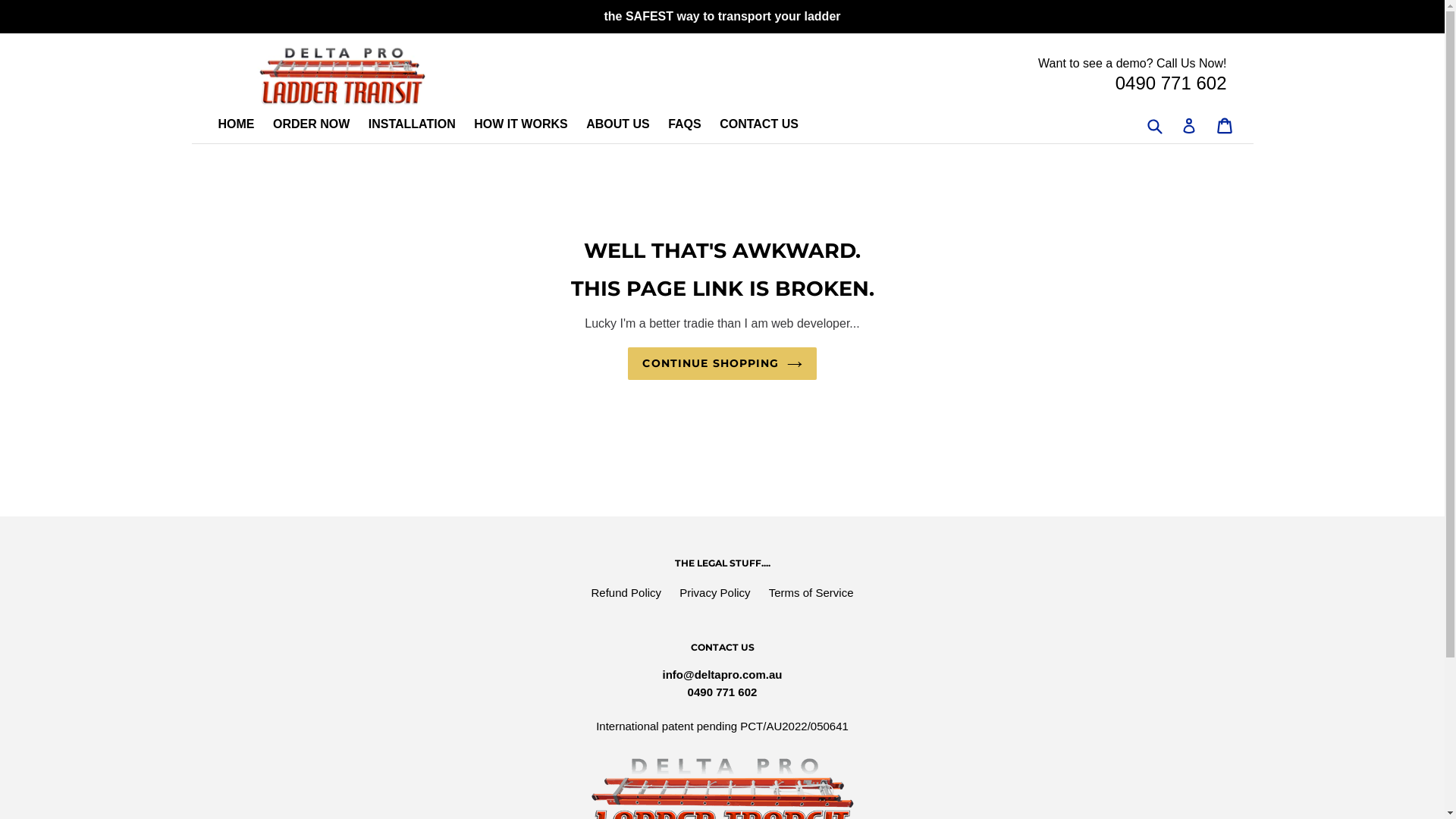 Image resolution: width=1456 pixels, height=819 pixels. I want to click on 'CONTINUE SHOPPING', so click(720, 363).